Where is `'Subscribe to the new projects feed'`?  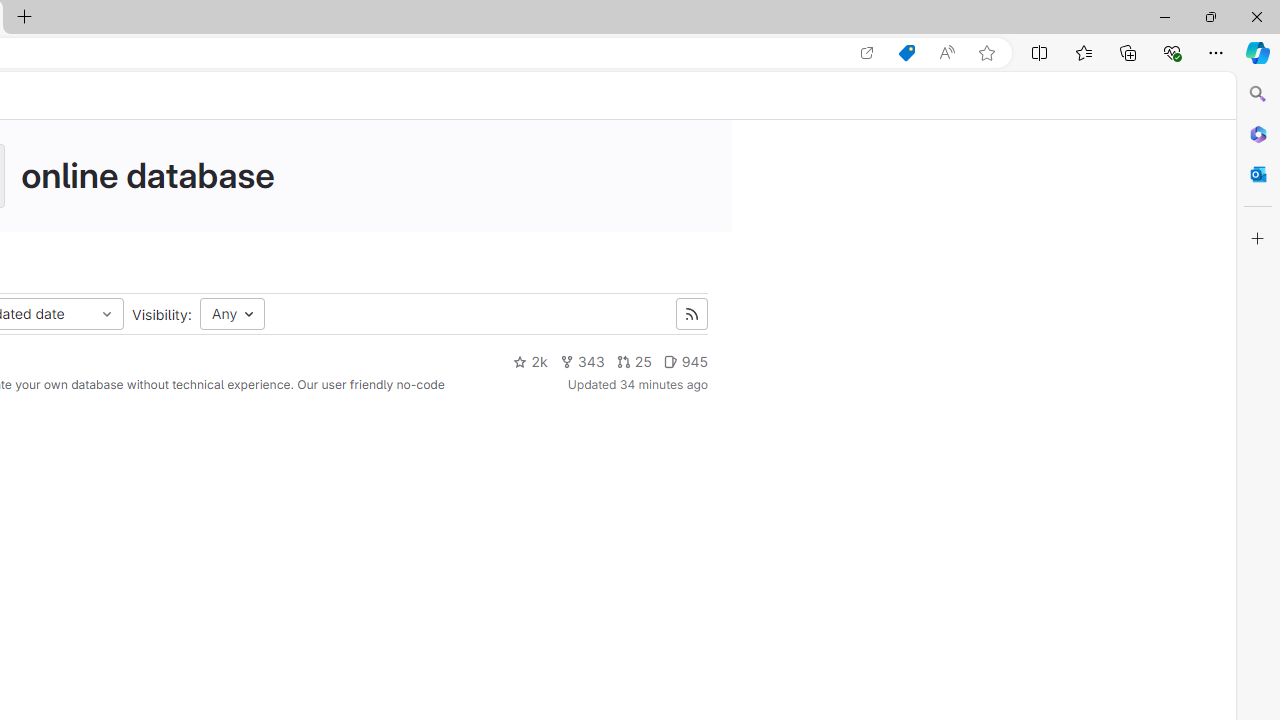
'Subscribe to the new projects feed' is located at coordinates (691, 314).